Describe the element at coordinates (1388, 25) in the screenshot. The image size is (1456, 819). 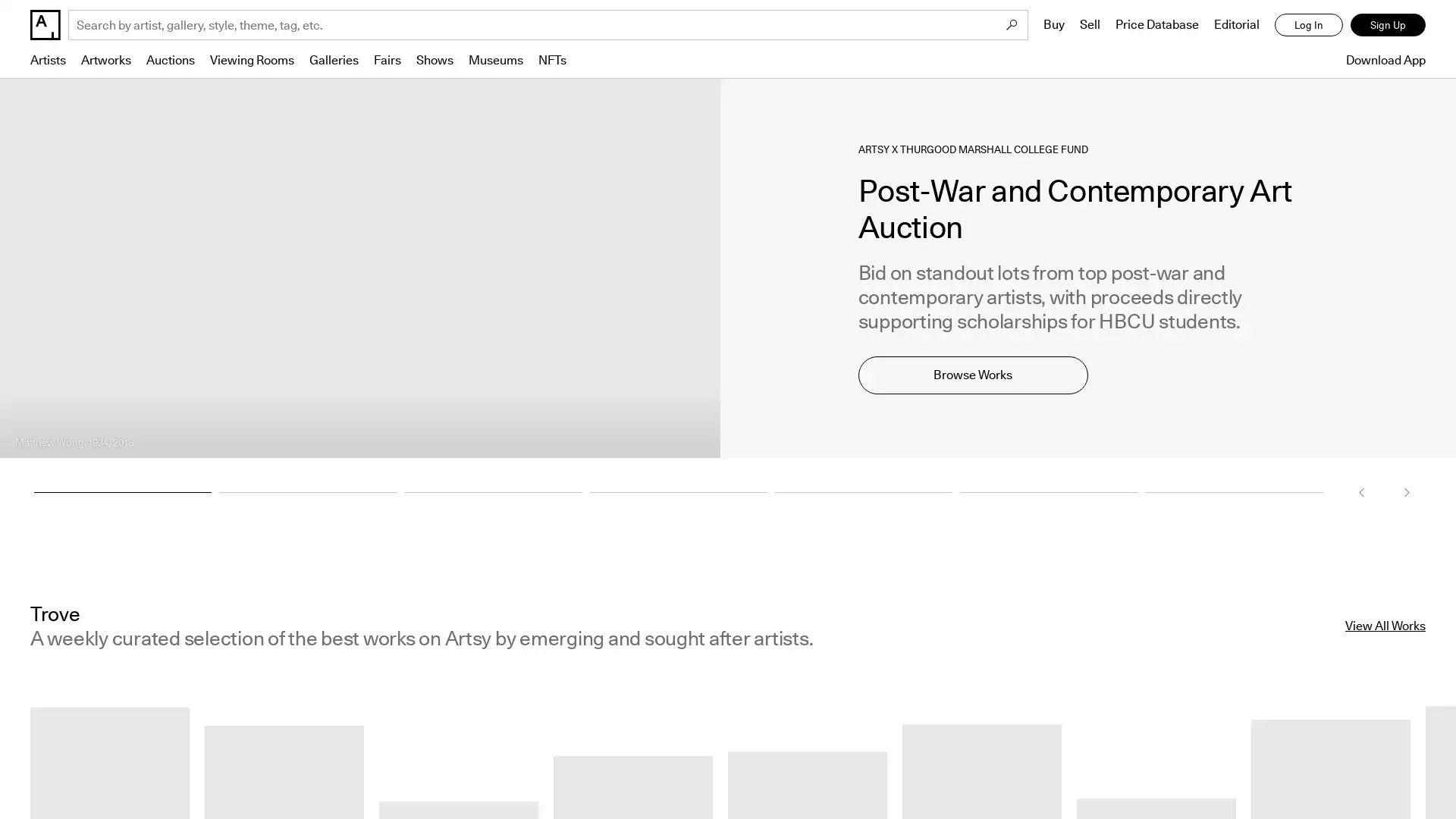
I see `Sign Up` at that location.